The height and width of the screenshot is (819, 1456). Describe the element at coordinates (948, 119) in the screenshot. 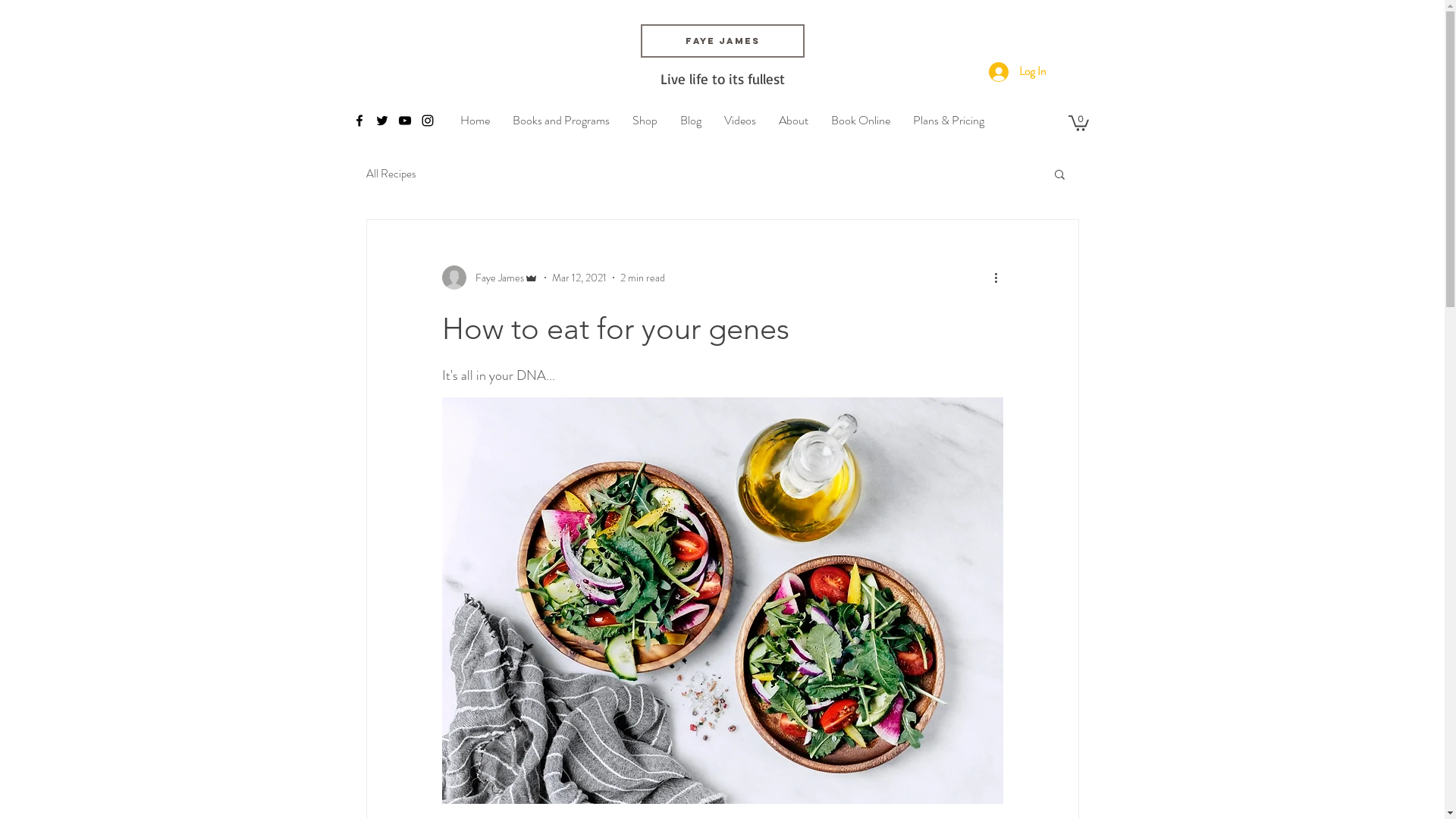

I see `'Plans & Pricing'` at that location.